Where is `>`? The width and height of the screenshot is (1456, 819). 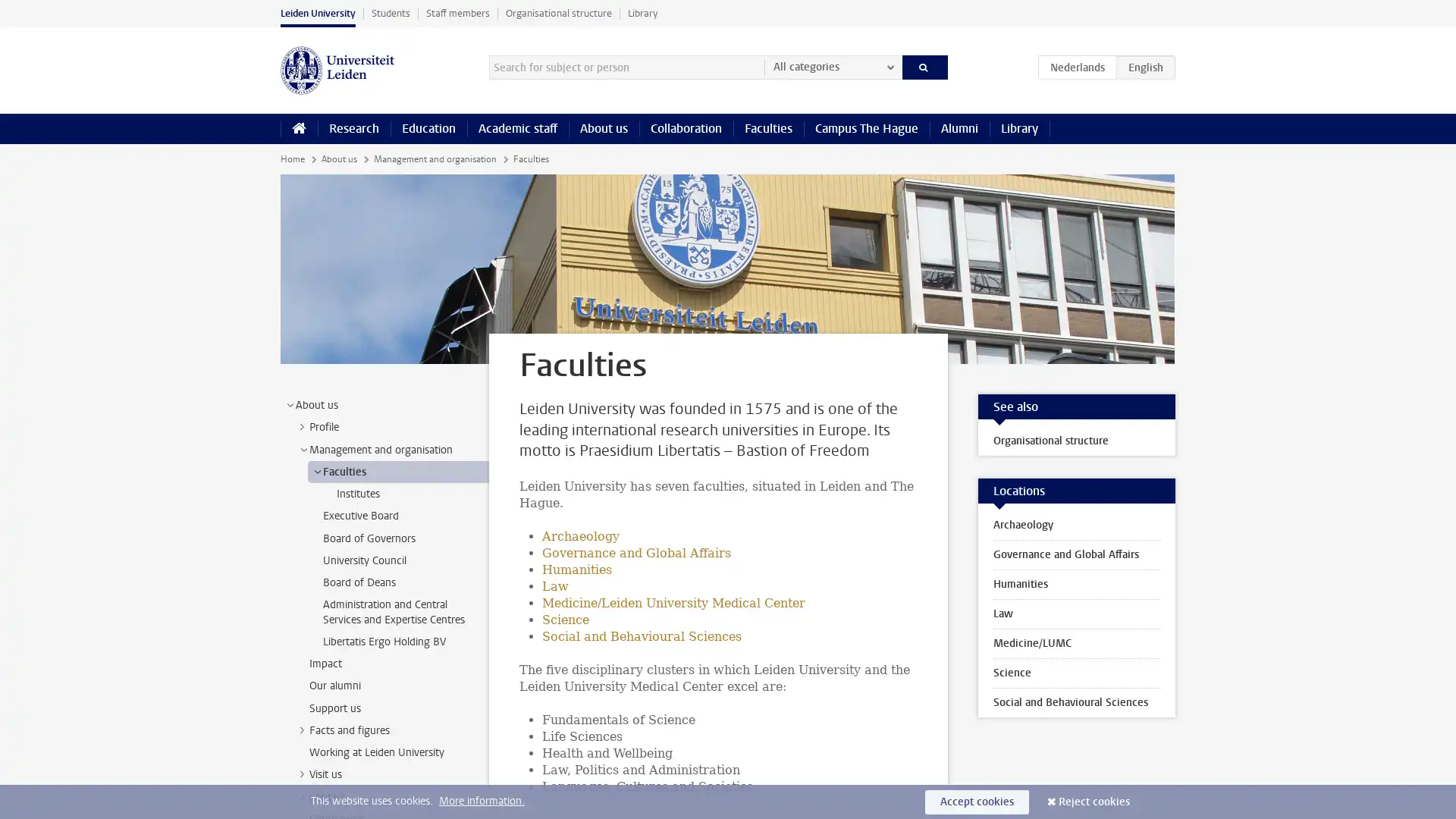 > is located at coordinates (302, 427).